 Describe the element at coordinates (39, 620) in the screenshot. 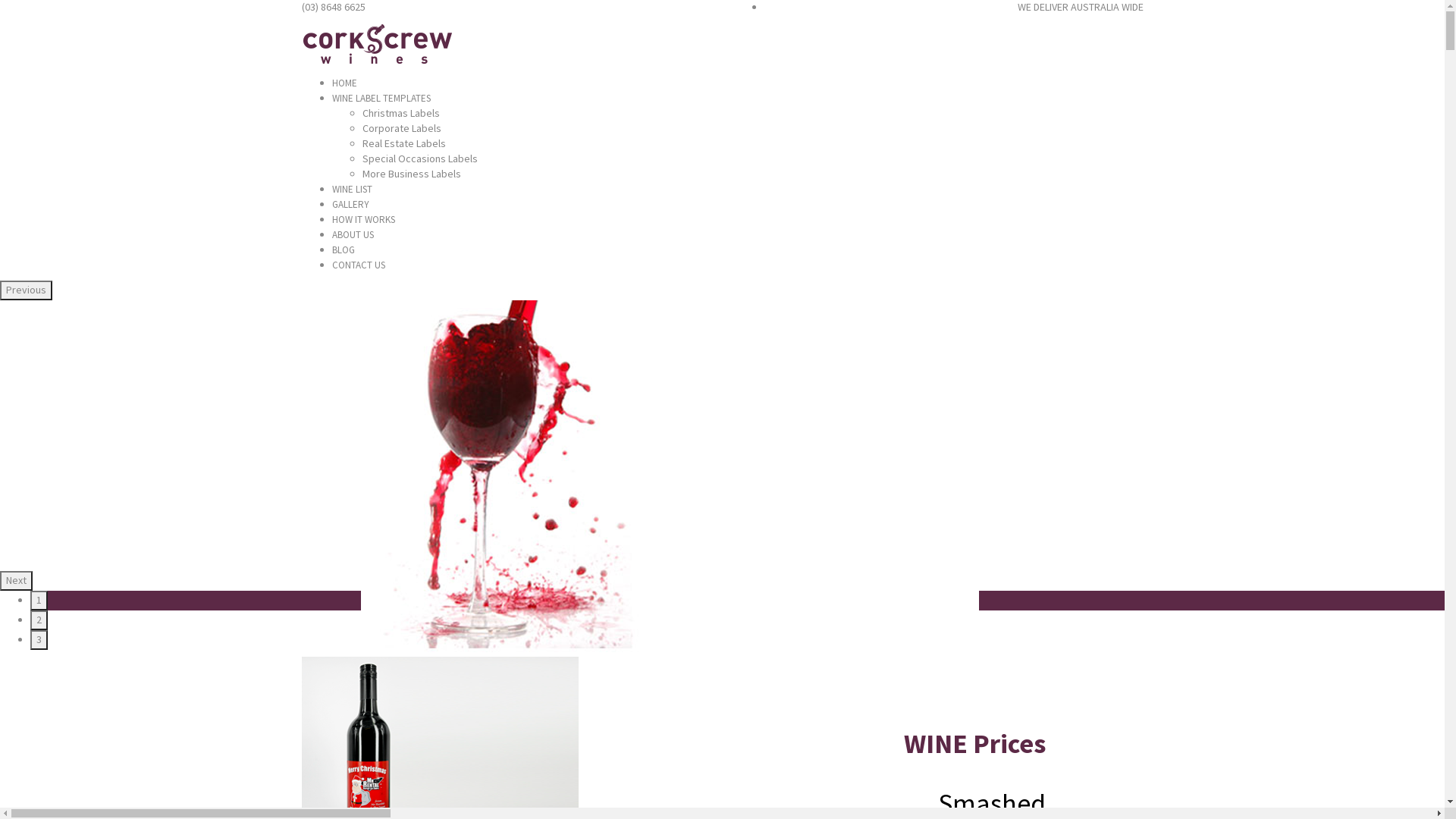

I see `'2'` at that location.